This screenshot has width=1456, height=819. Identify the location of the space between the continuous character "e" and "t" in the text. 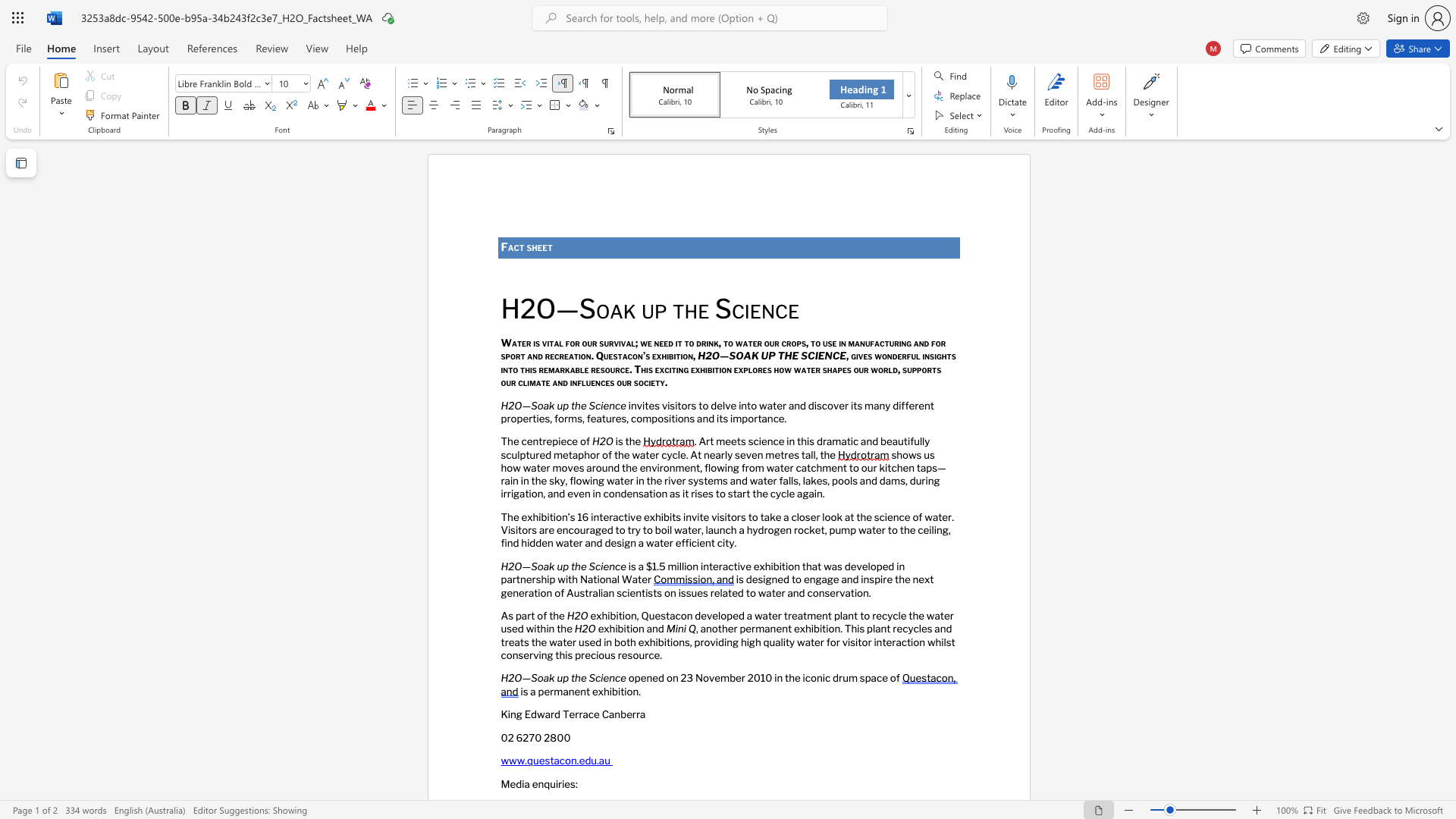
(546, 246).